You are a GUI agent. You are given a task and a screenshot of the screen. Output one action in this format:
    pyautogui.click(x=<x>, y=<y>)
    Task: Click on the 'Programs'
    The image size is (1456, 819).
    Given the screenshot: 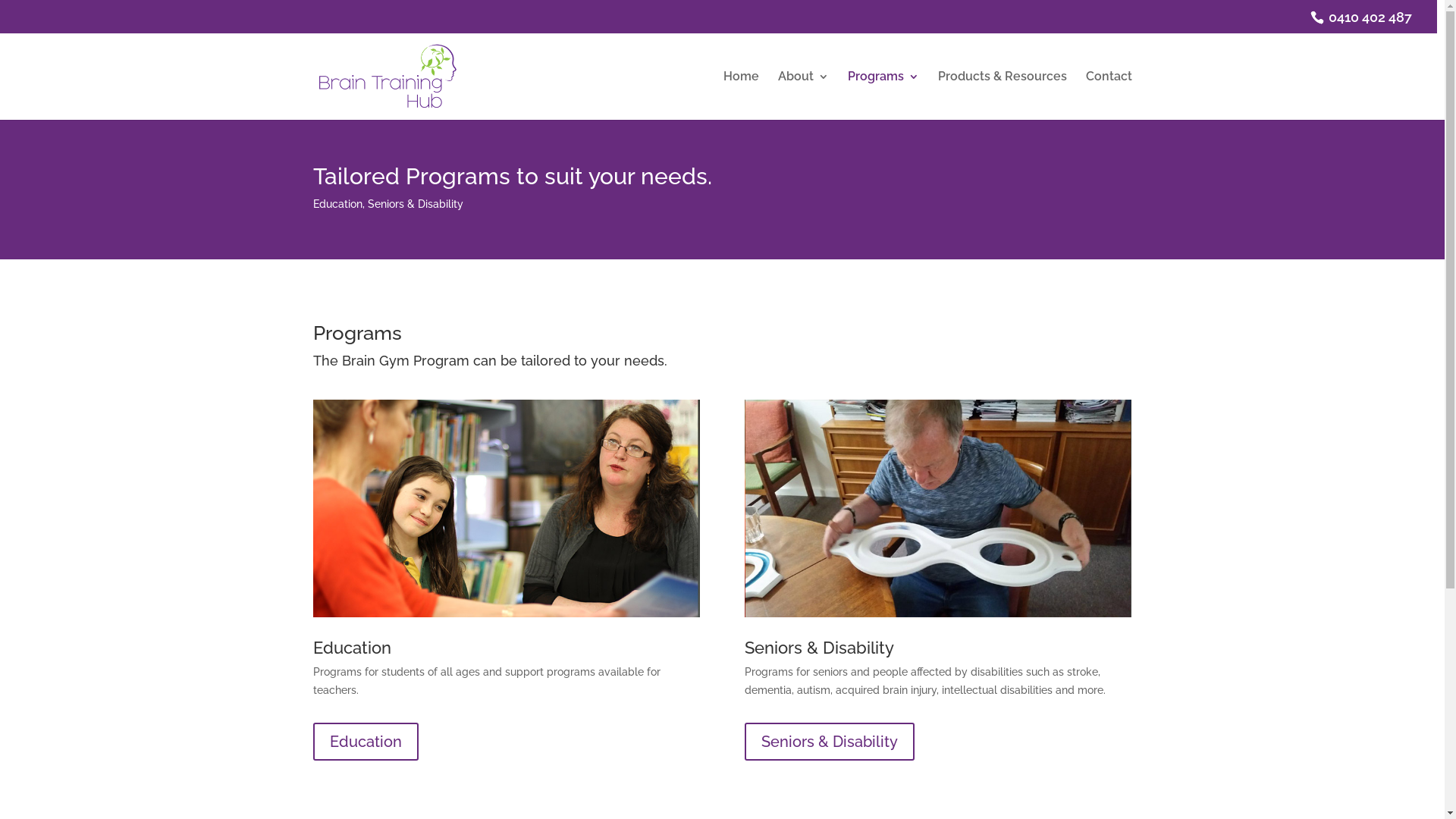 What is the action you would take?
    pyautogui.click(x=883, y=96)
    